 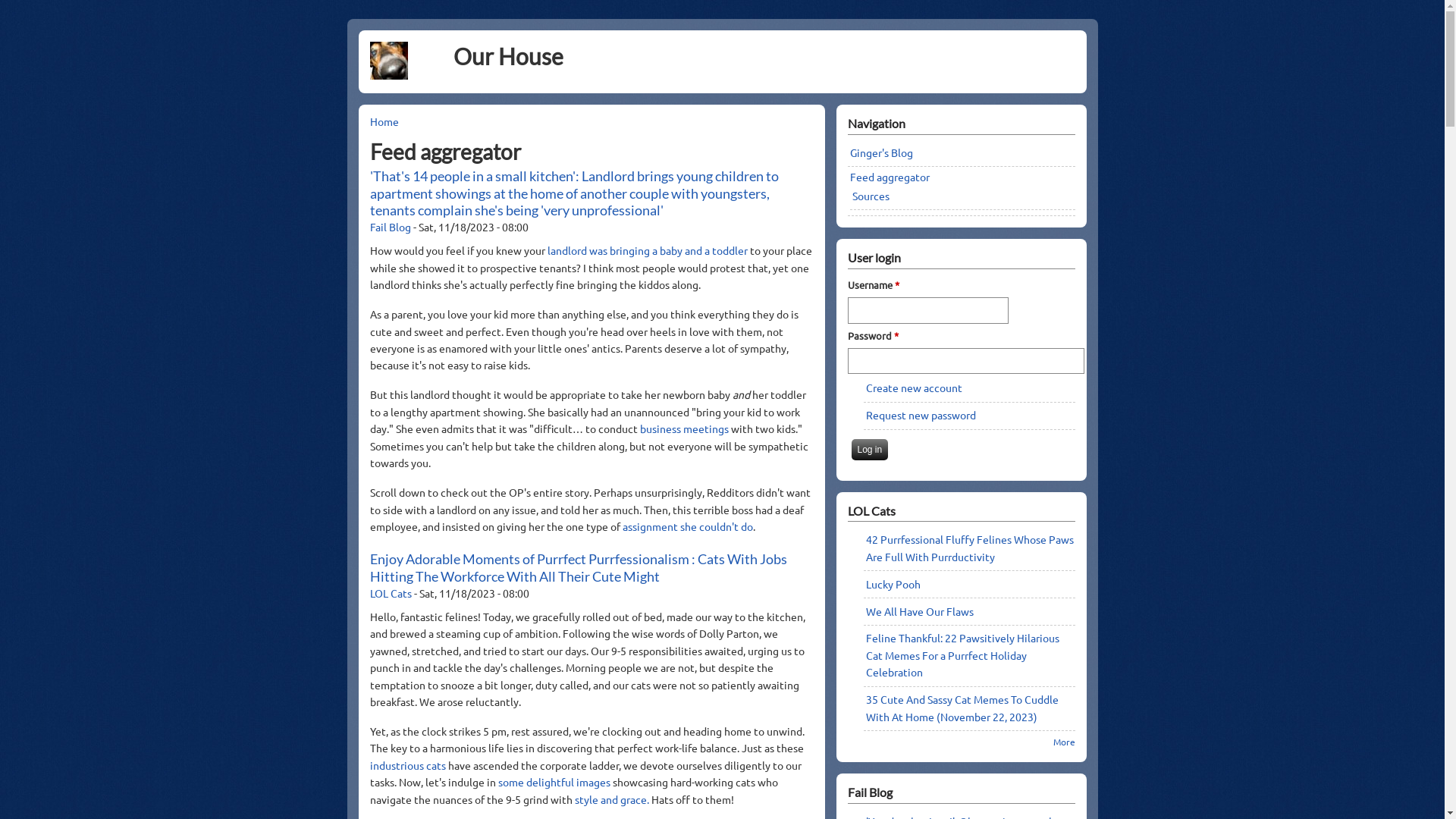 What do you see at coordinates (640, 428) in the screenshot?
I see `'business meetings'` at bounding box center [640, 428].